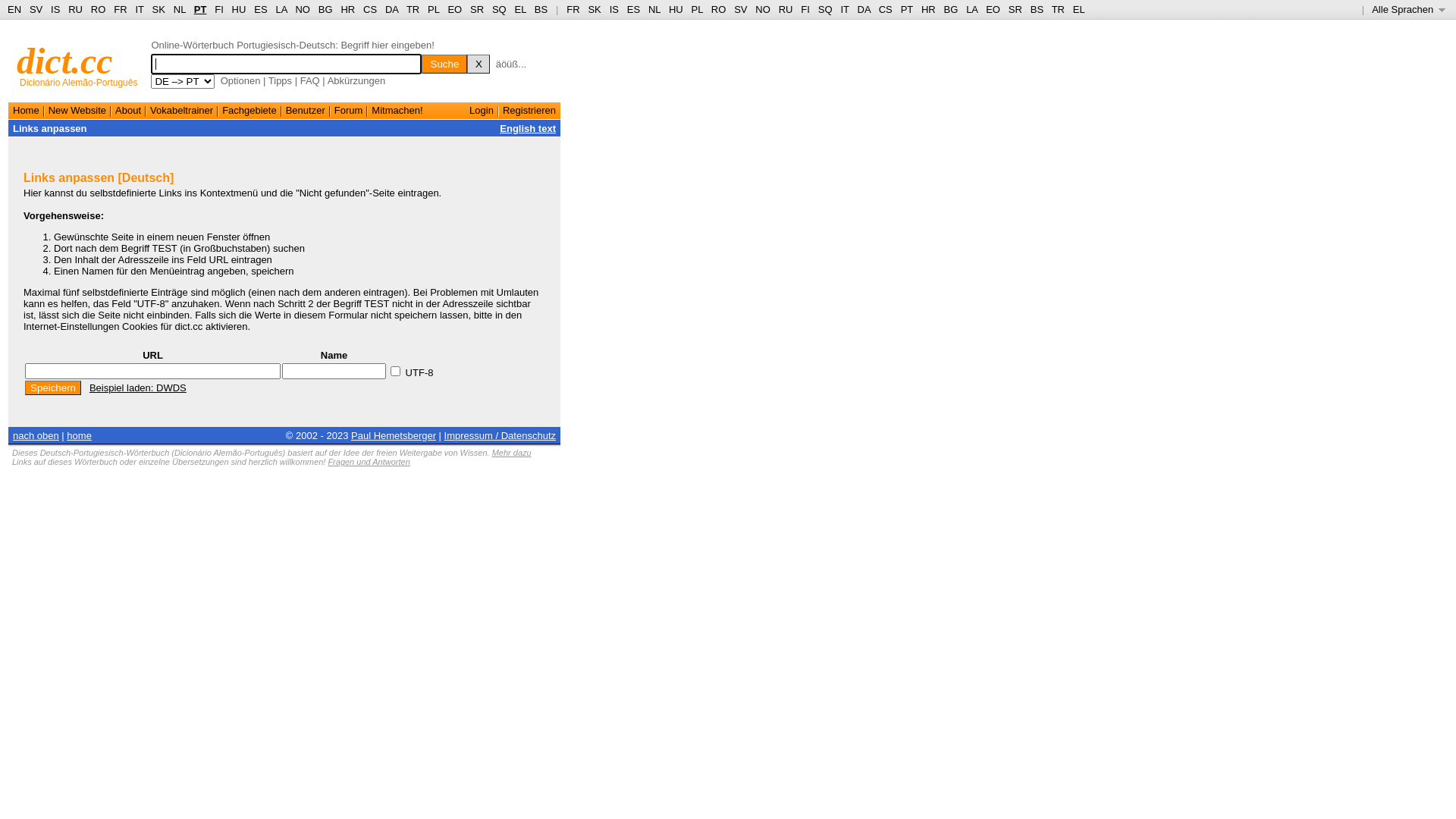 This screenshot has width=1456, height=819. I want to click on 'FI', so click(218, 9).